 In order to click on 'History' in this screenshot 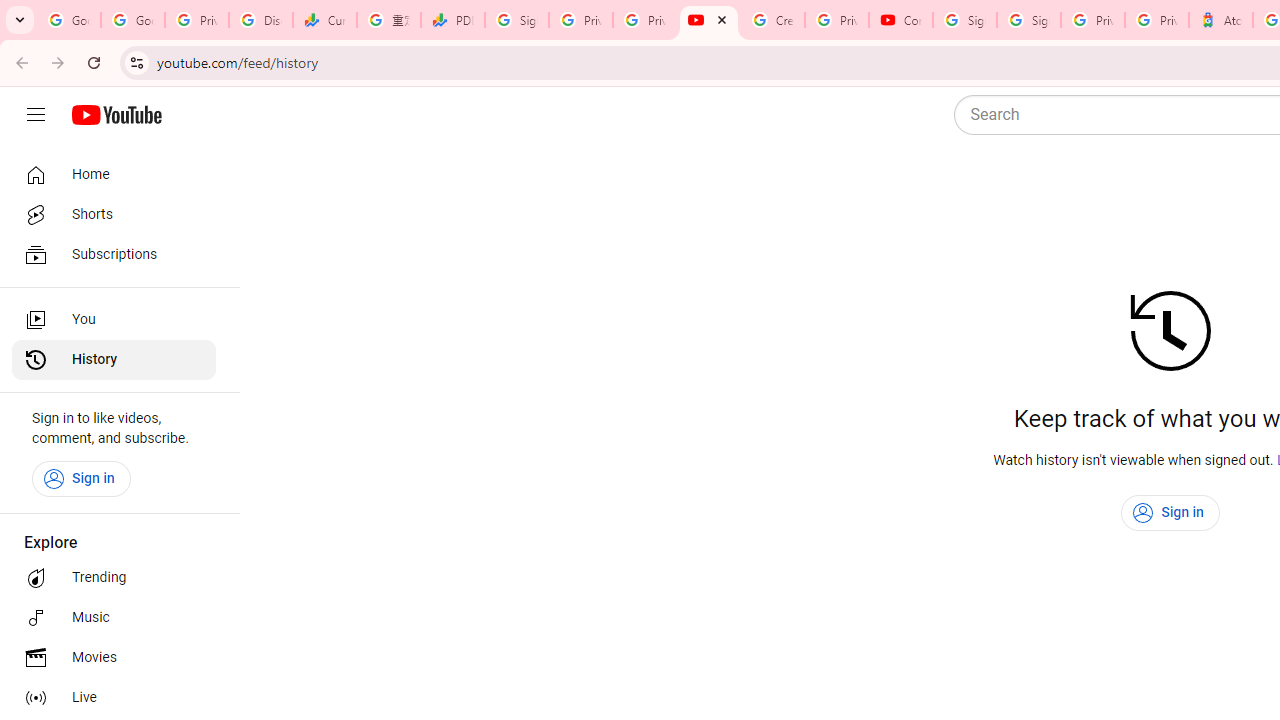, I will do `click(112, 360)`.